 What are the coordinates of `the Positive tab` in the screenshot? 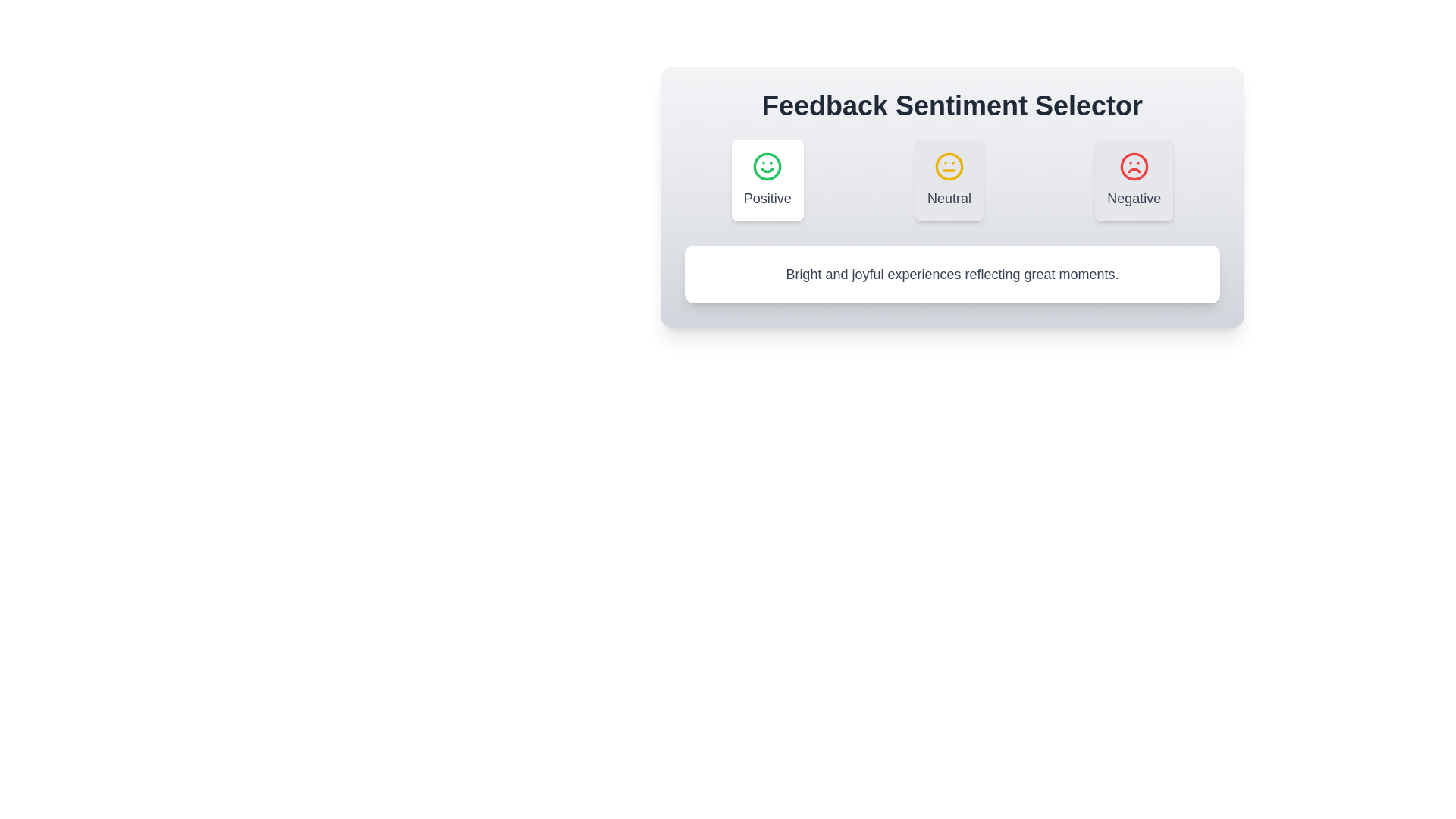 It's located at (767, 180).